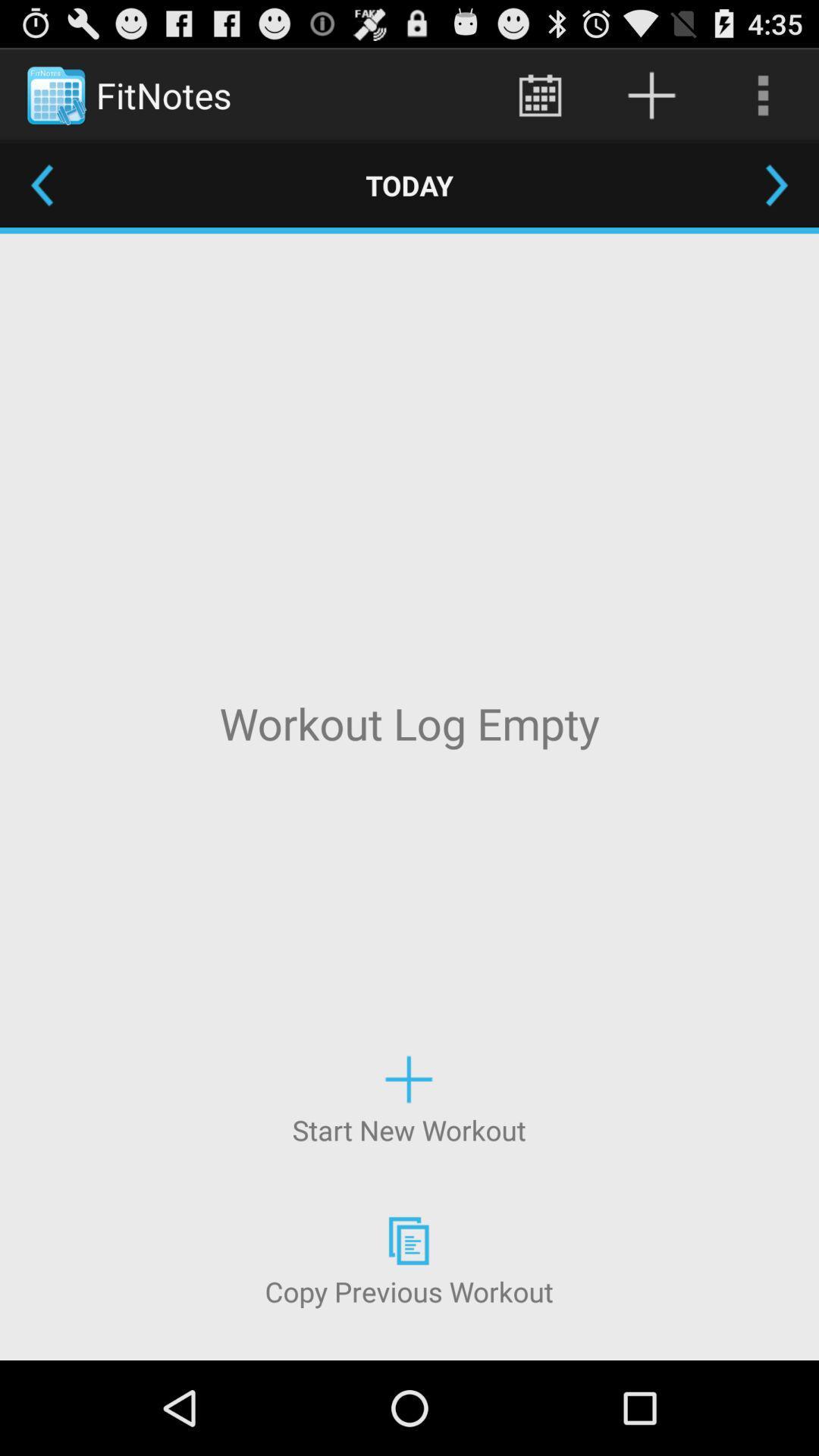  Describe the element at coordinates (41, 197) in the screenshot. I see `the arrow_backward icon` at that location.